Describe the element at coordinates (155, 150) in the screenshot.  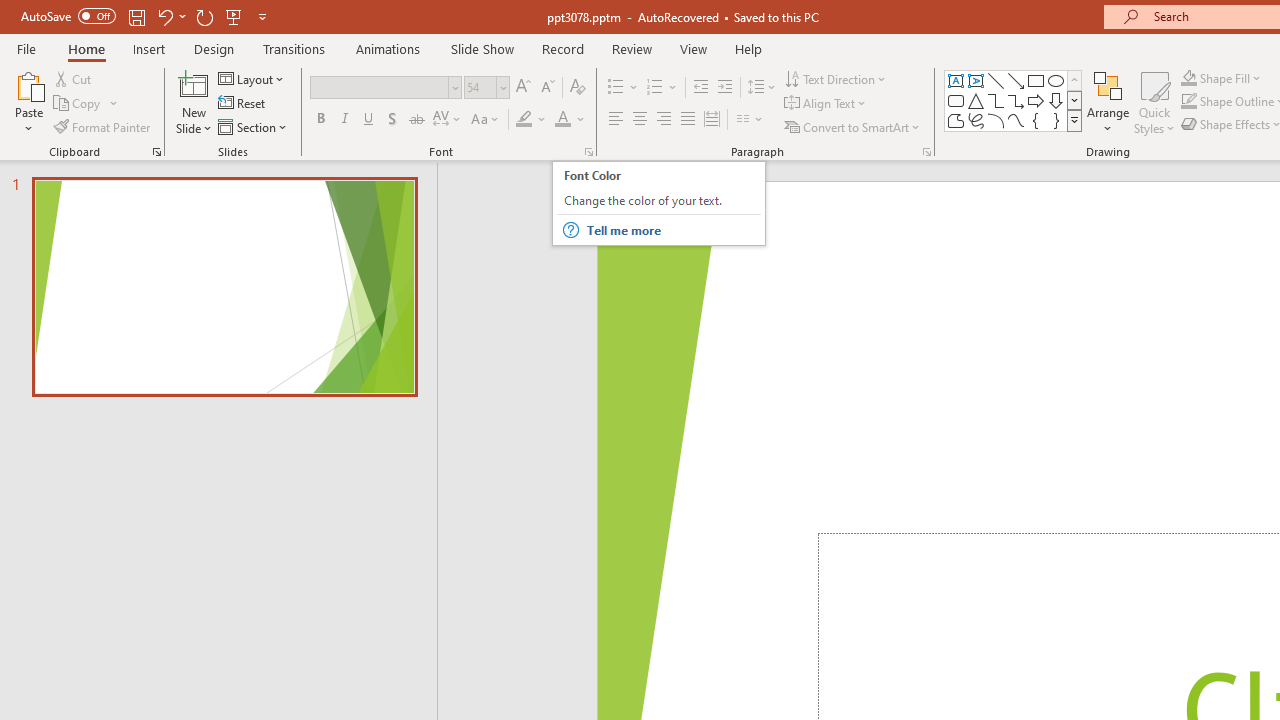
I see `'Office Clipboard...'` at that location.